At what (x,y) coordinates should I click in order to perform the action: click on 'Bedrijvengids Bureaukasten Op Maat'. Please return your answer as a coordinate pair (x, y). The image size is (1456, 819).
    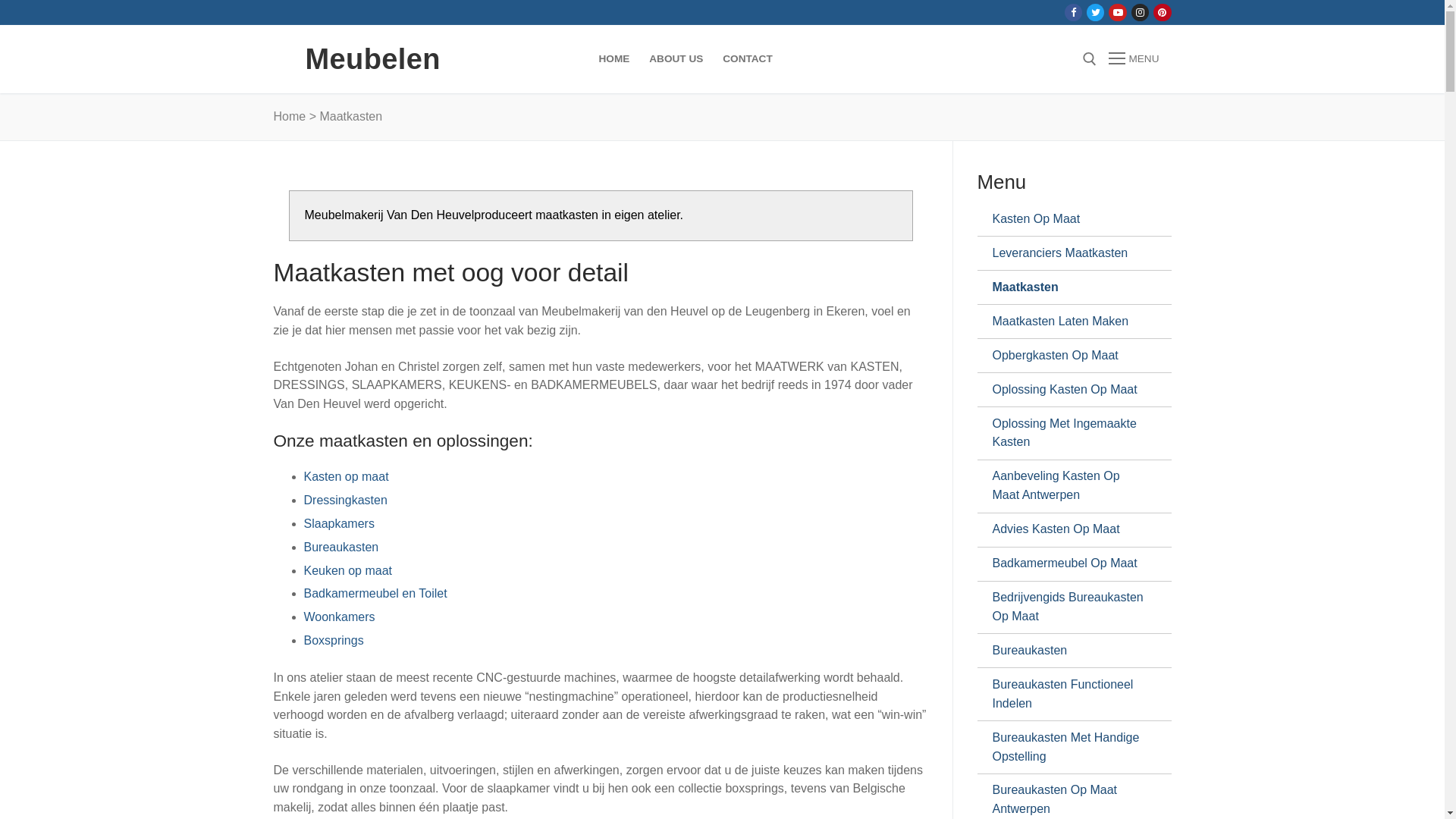
    Looking at the image, I should click on (992, 607).